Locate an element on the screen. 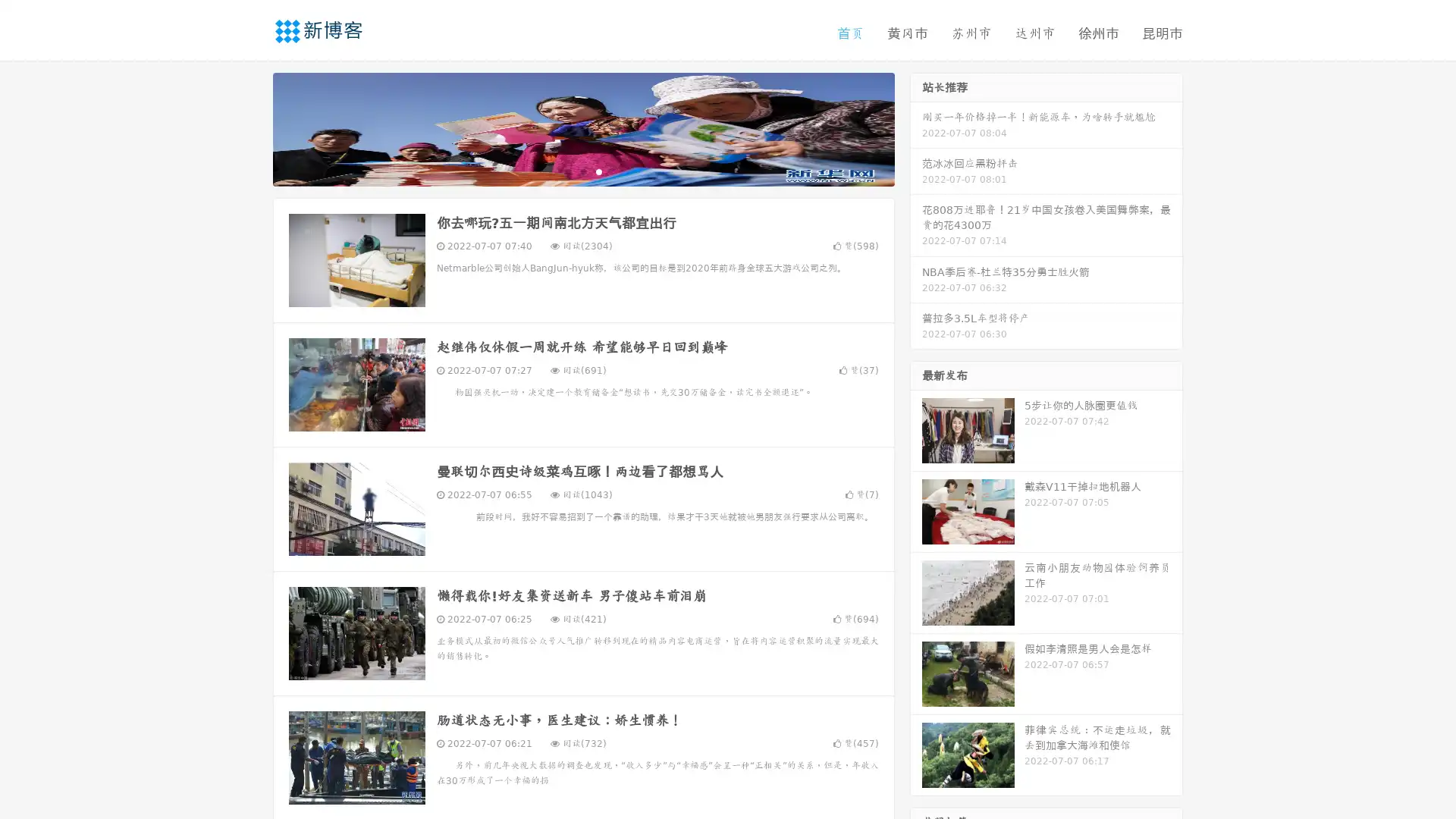 The image size is (1456, 819). Go to slide 3 is located at coordinates (598, 171).